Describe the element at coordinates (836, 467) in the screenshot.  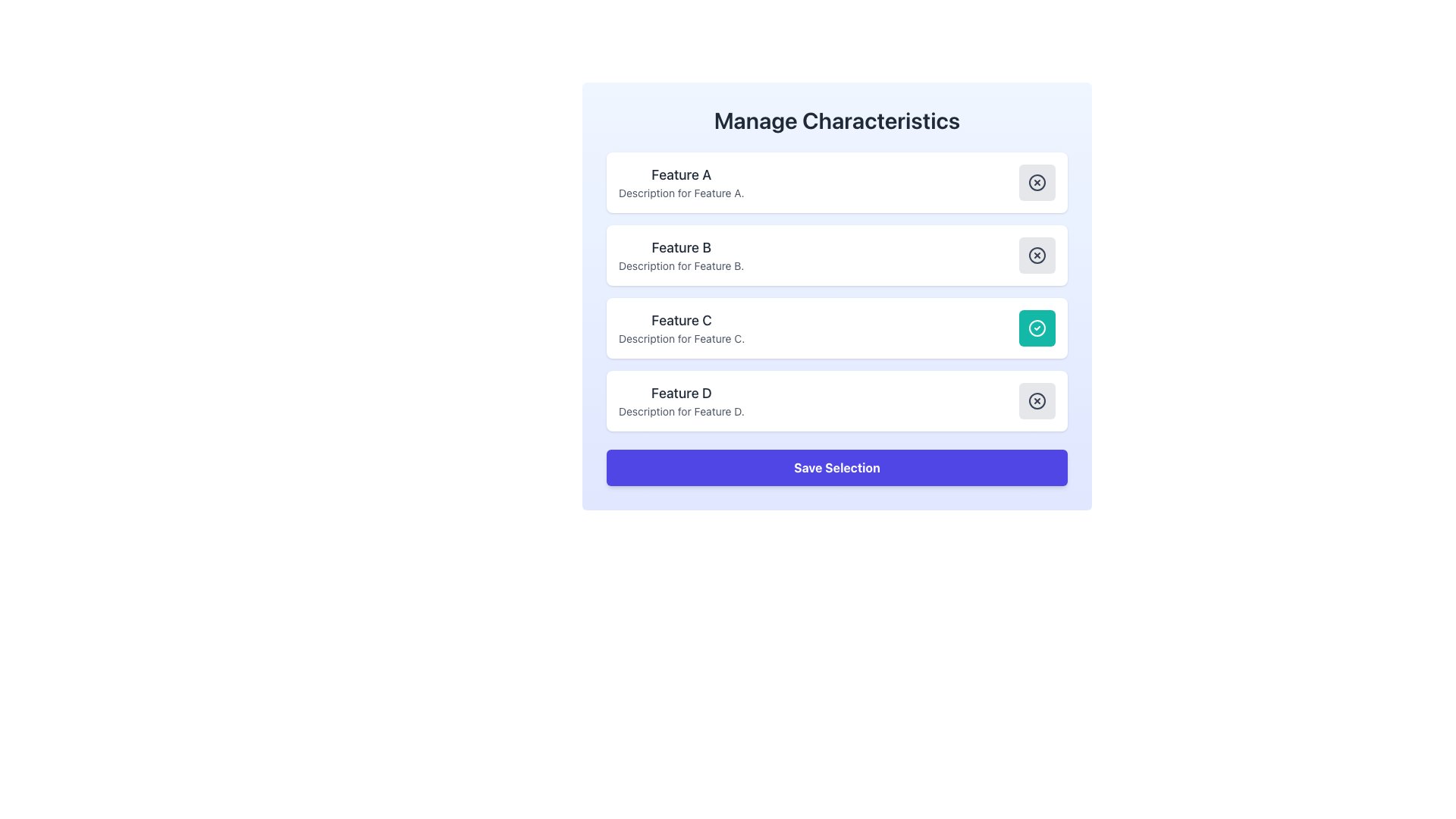
I see `the confirmation button located at the bottom of the 'Manage Characteristics' section to confirm selections` at that location.